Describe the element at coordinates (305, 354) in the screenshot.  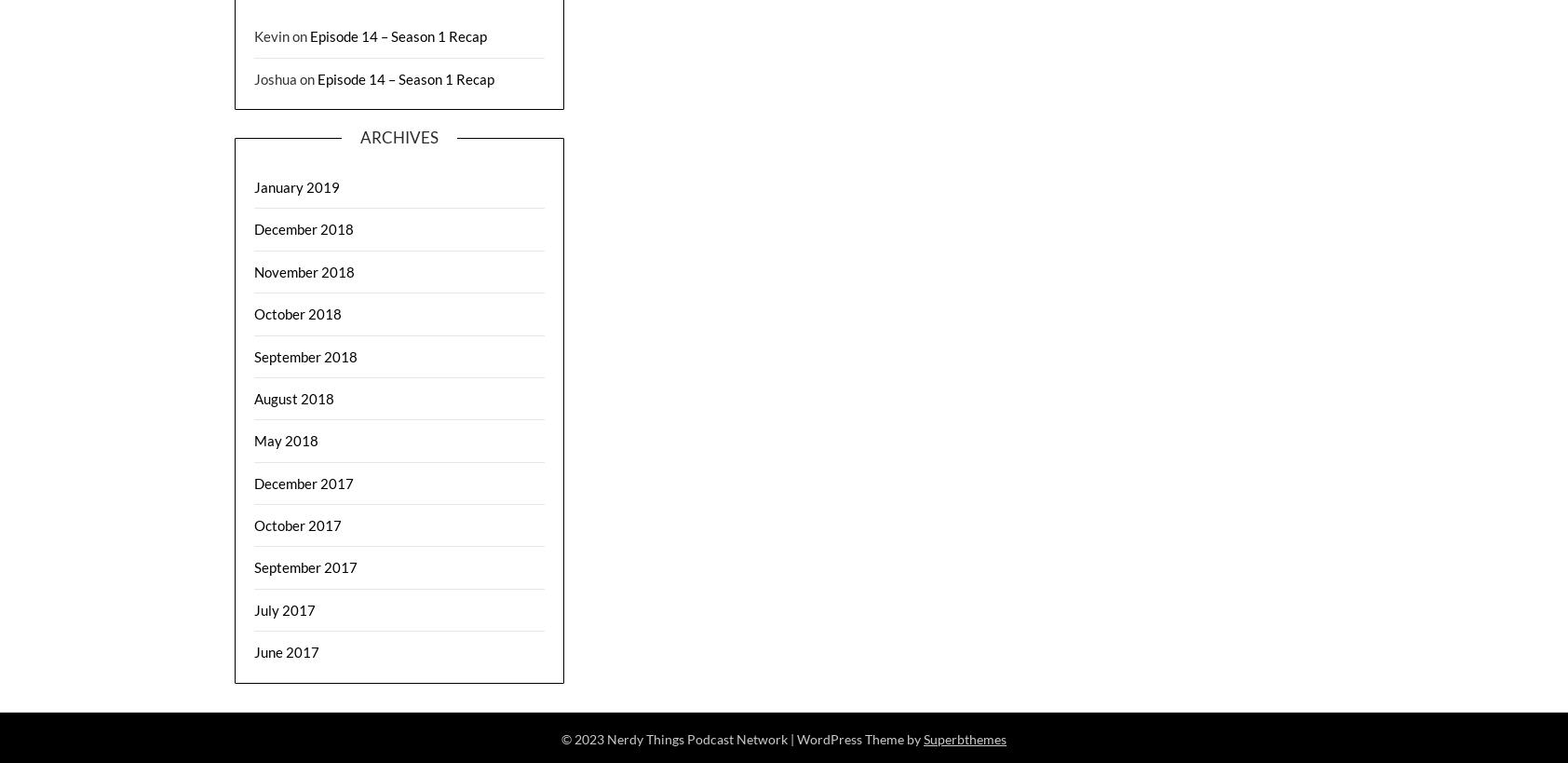
I see `'September 2018'` at that location.